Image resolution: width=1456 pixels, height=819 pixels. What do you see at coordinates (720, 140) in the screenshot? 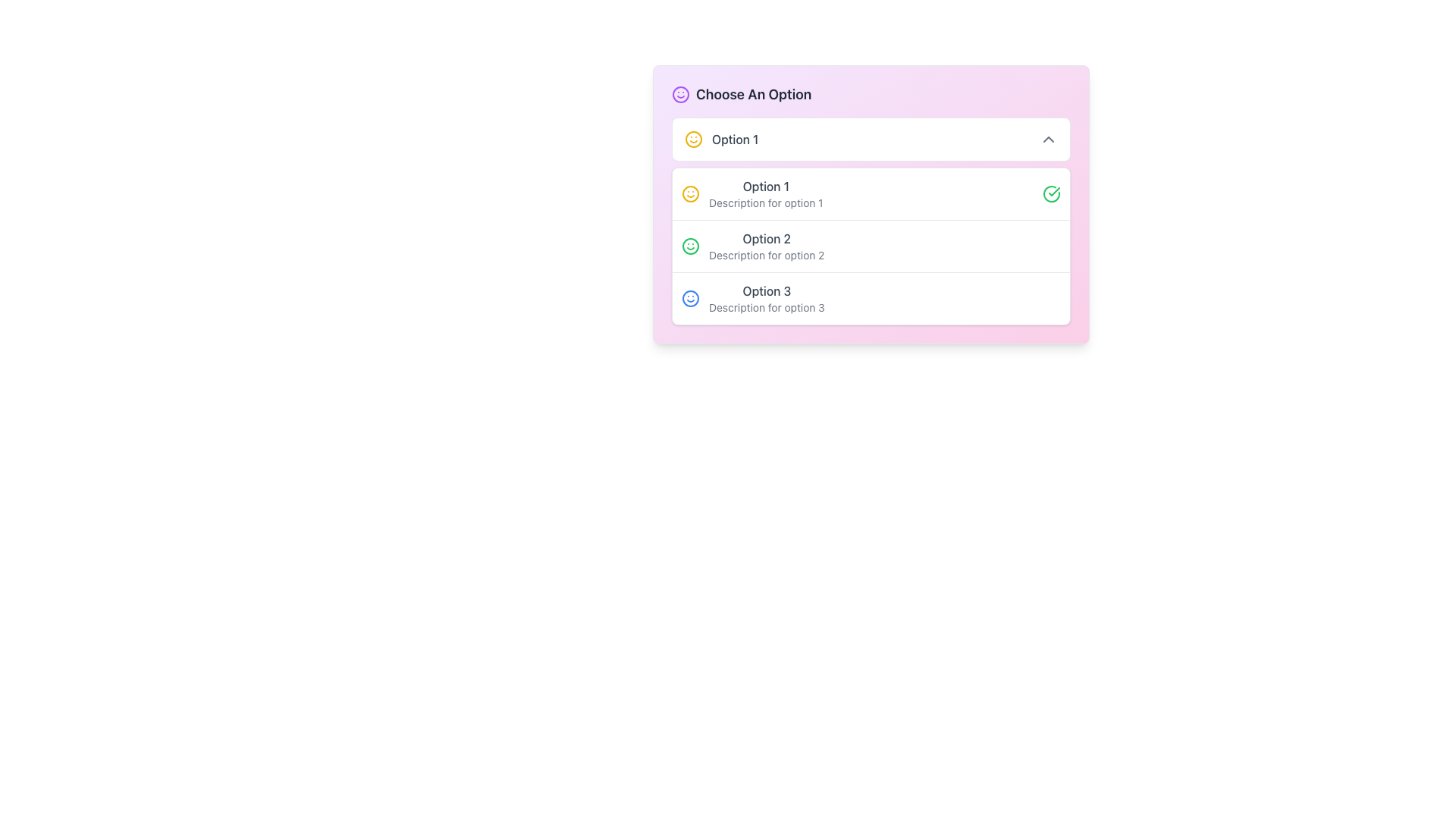
I see `the topmost selectable option in the 'Choose An Option' dropdown list` at bounding box center [720, 140].